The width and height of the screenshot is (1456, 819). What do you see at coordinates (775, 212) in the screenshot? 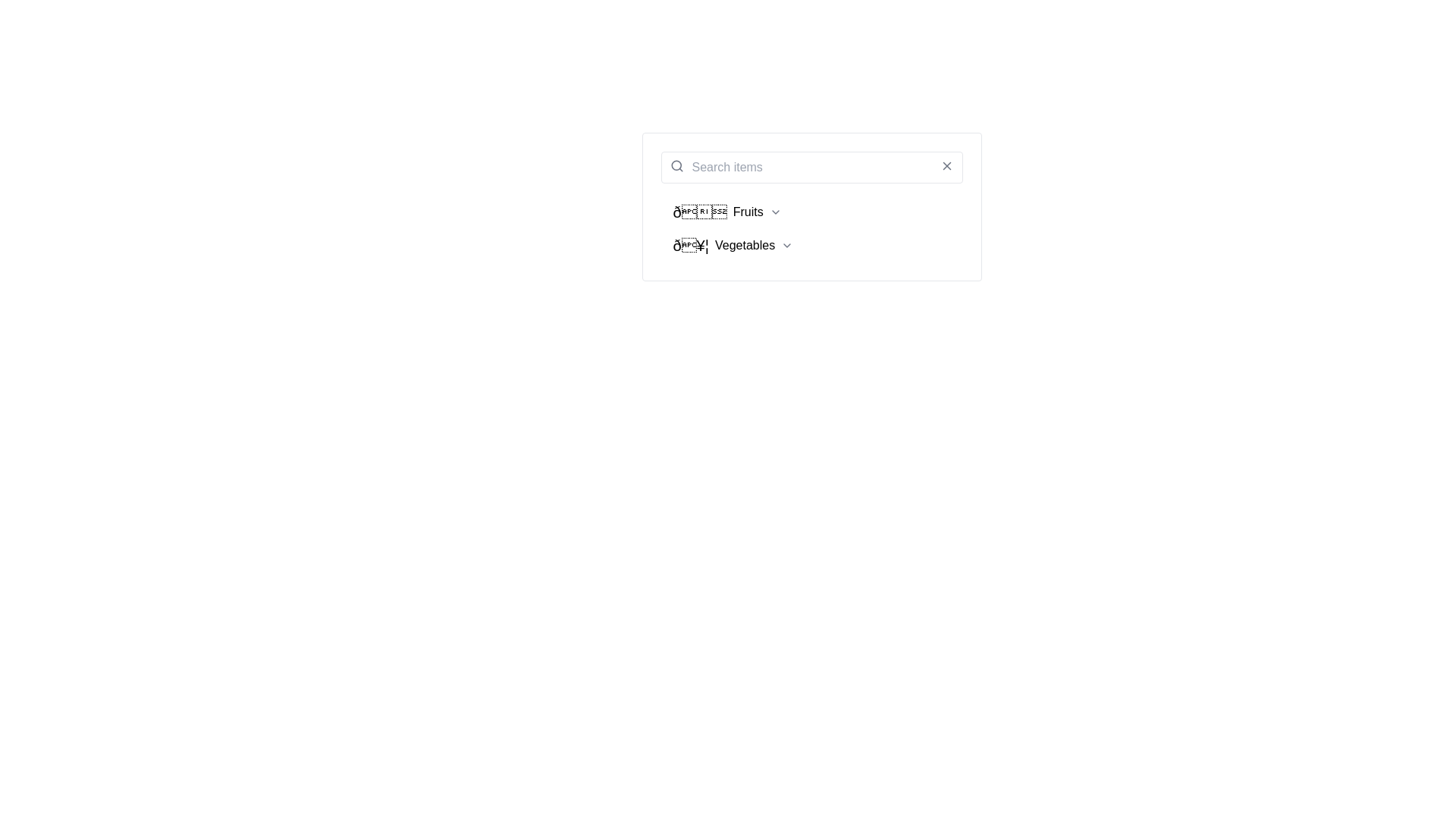
I see `the Dropdown indicator icon located to the far right of the 'Fruits' label` at bounding box center [775, 212].